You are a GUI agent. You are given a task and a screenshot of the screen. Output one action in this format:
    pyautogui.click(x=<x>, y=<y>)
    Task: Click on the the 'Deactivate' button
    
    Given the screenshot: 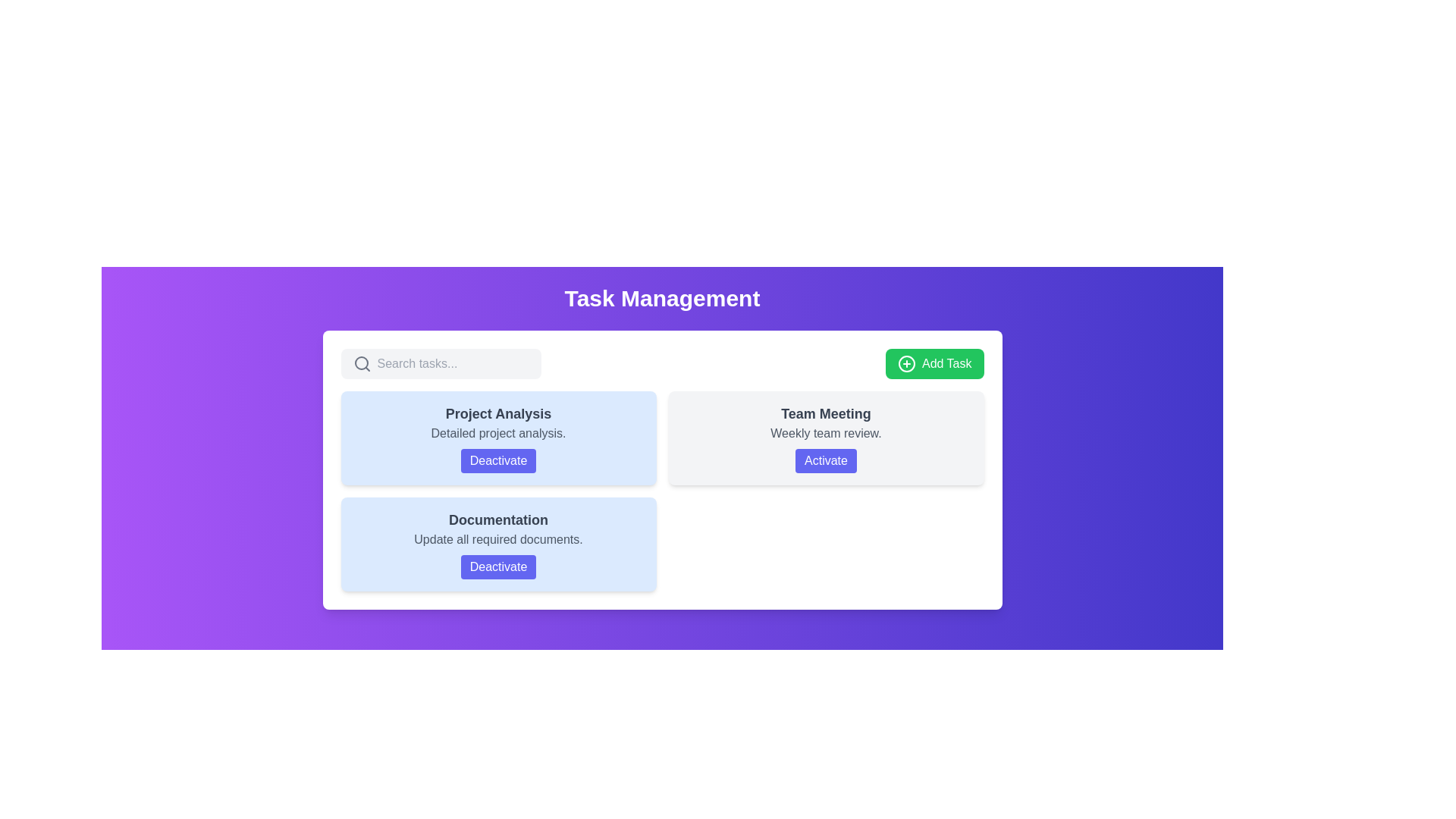 What is the action you would take?
    pyautogui.click(x=498, y=460)
    